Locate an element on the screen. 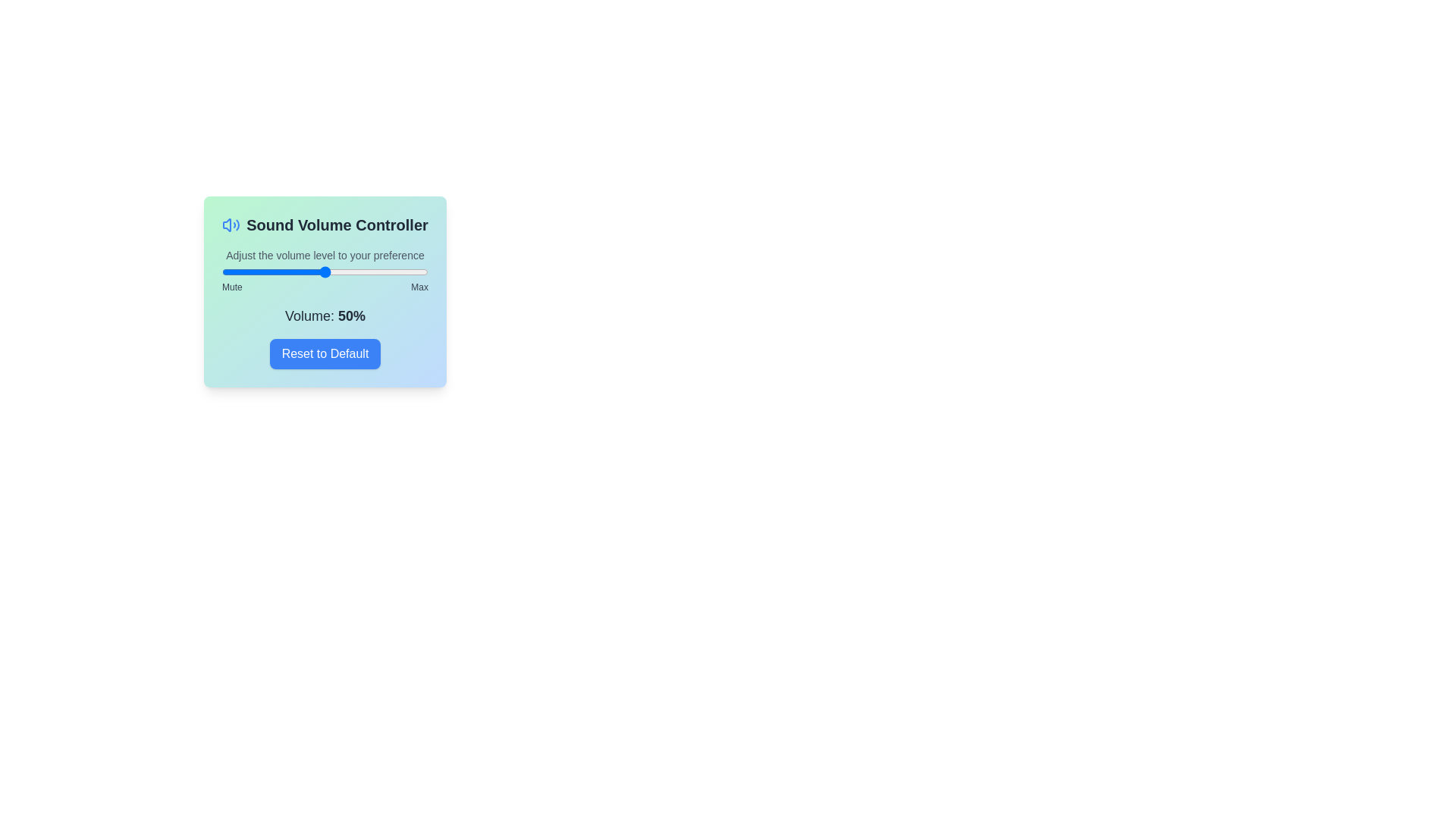 The width and height of the screenshot is (1456, 819). the label Mute to interact with it is located at coordinates (231, 287).